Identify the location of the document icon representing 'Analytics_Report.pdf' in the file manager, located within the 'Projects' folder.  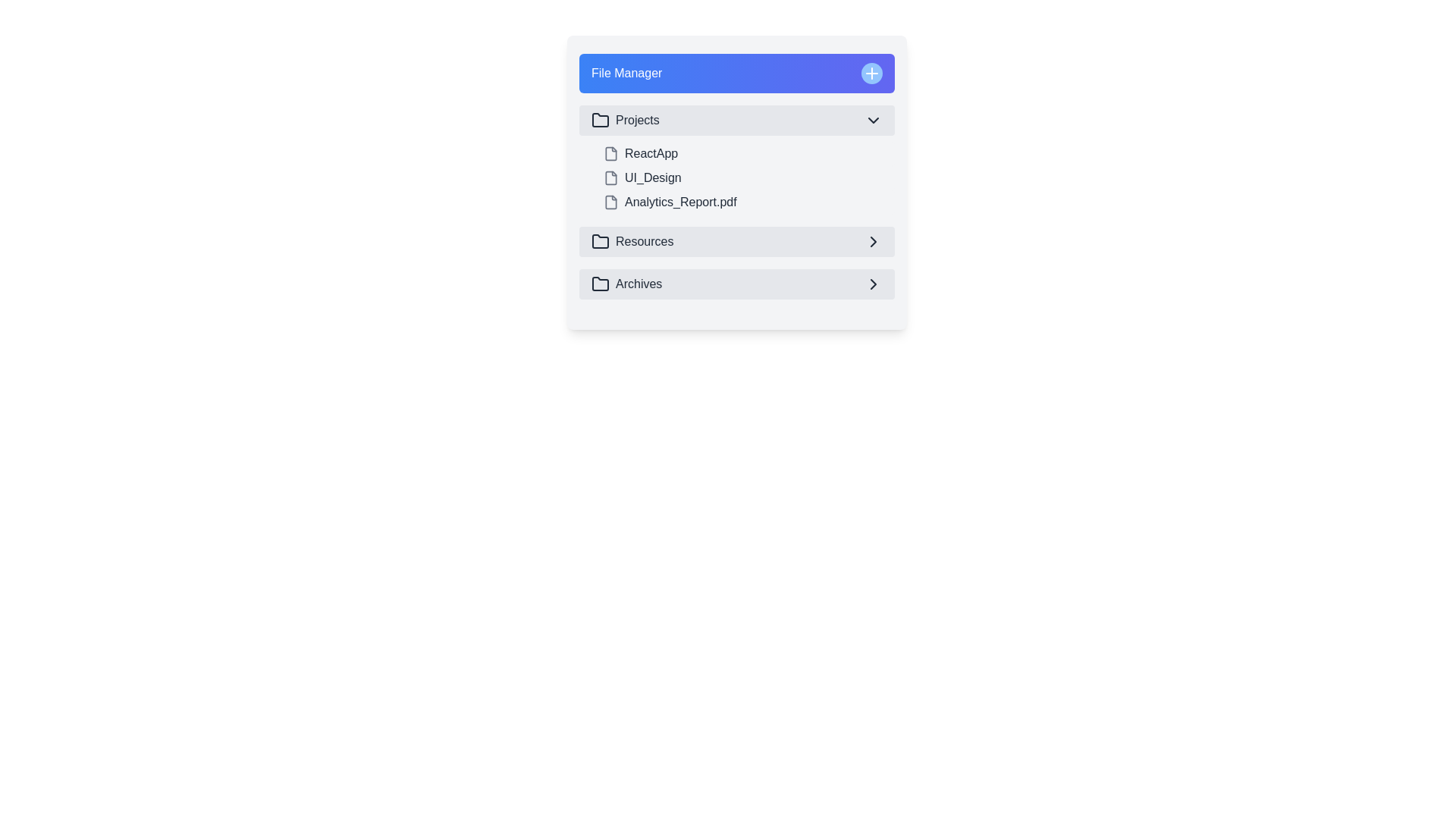
(611, 201).